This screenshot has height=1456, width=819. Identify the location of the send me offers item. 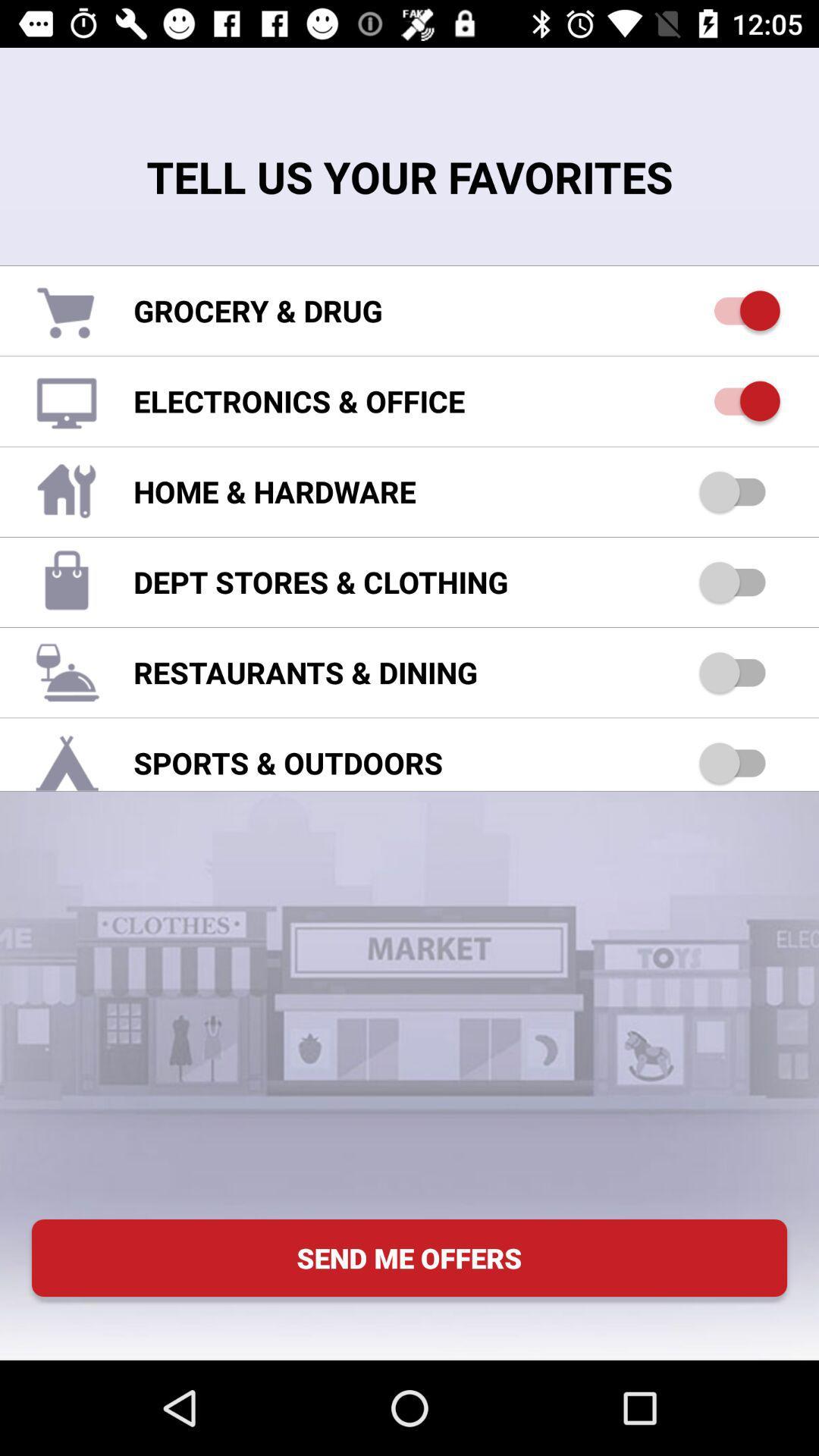
(409, 1258).